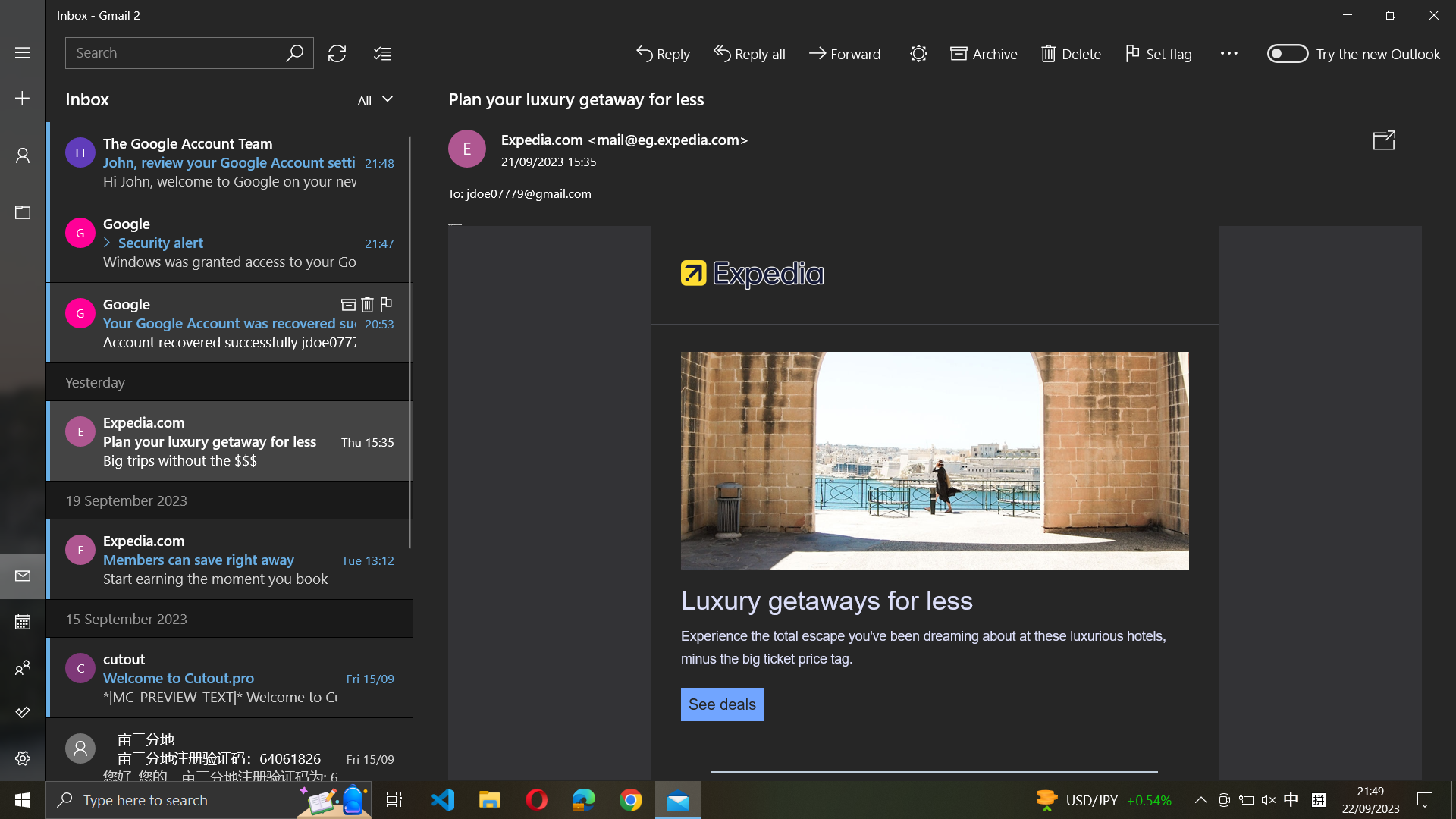 Image resolution: width=1456 pixels, height=819 pixels. Describe the element at coordinates (229, 161) in the screenshot. I see `Mark the initial email from the list as read` at that location.